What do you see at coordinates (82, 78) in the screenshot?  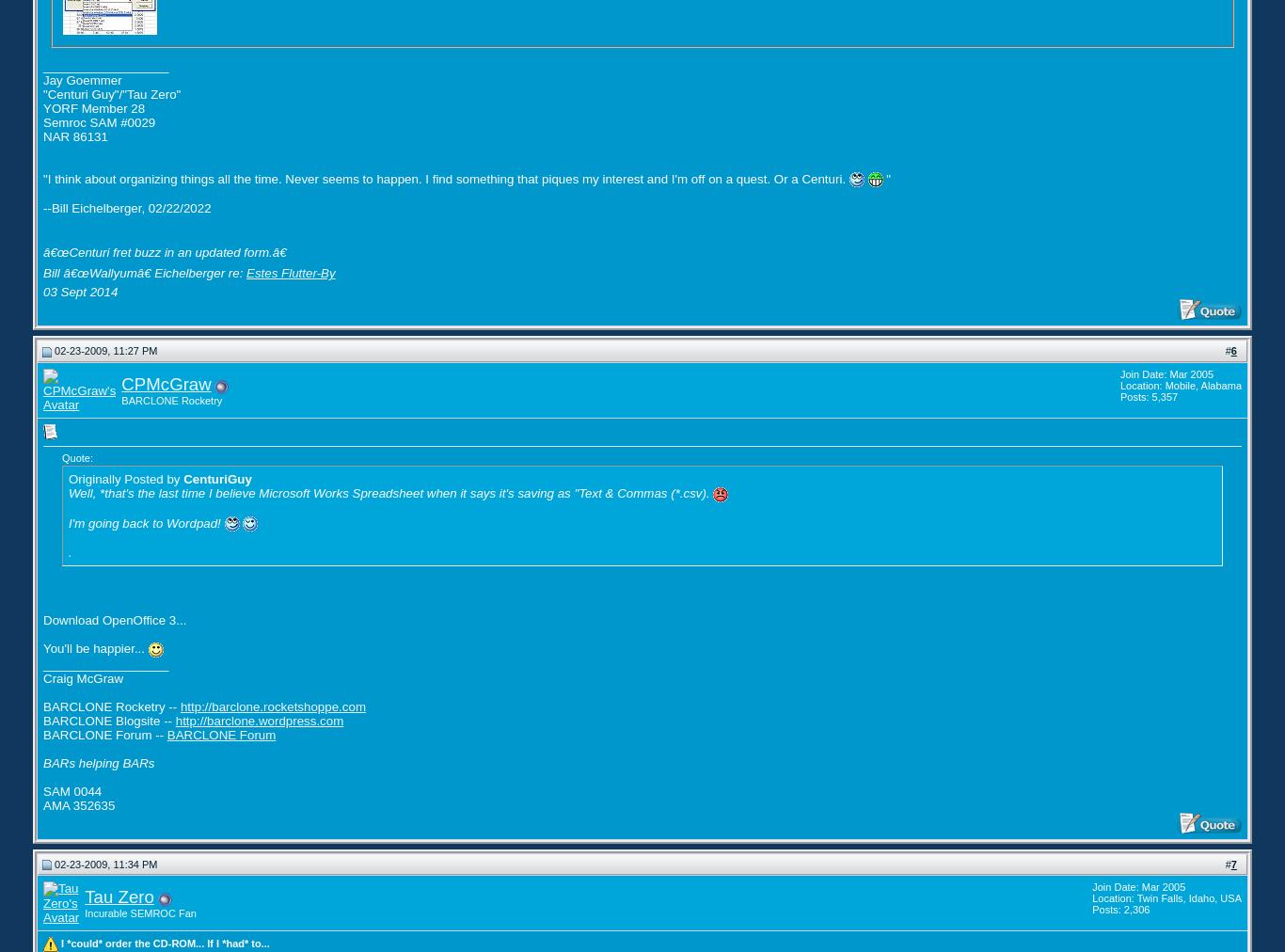 I see `'Jay Goemmer'` at bounding box center [82, 78].